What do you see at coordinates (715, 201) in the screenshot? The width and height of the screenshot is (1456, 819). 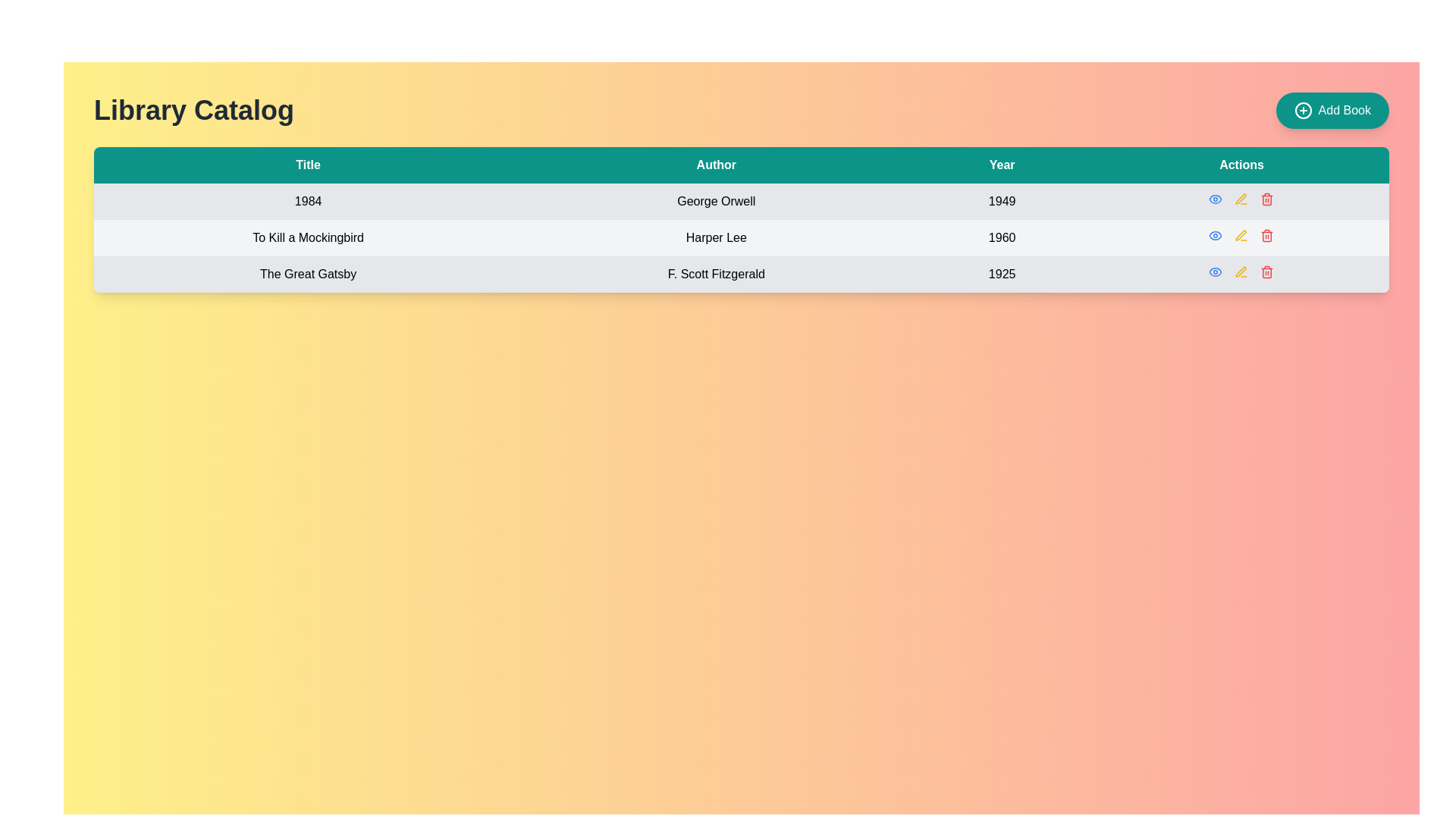 I see `the text label element displaying 'George Orwell', which is located in the second cell of the second row under the 'Author' column in a table structure` at bounding box center [715, 201].